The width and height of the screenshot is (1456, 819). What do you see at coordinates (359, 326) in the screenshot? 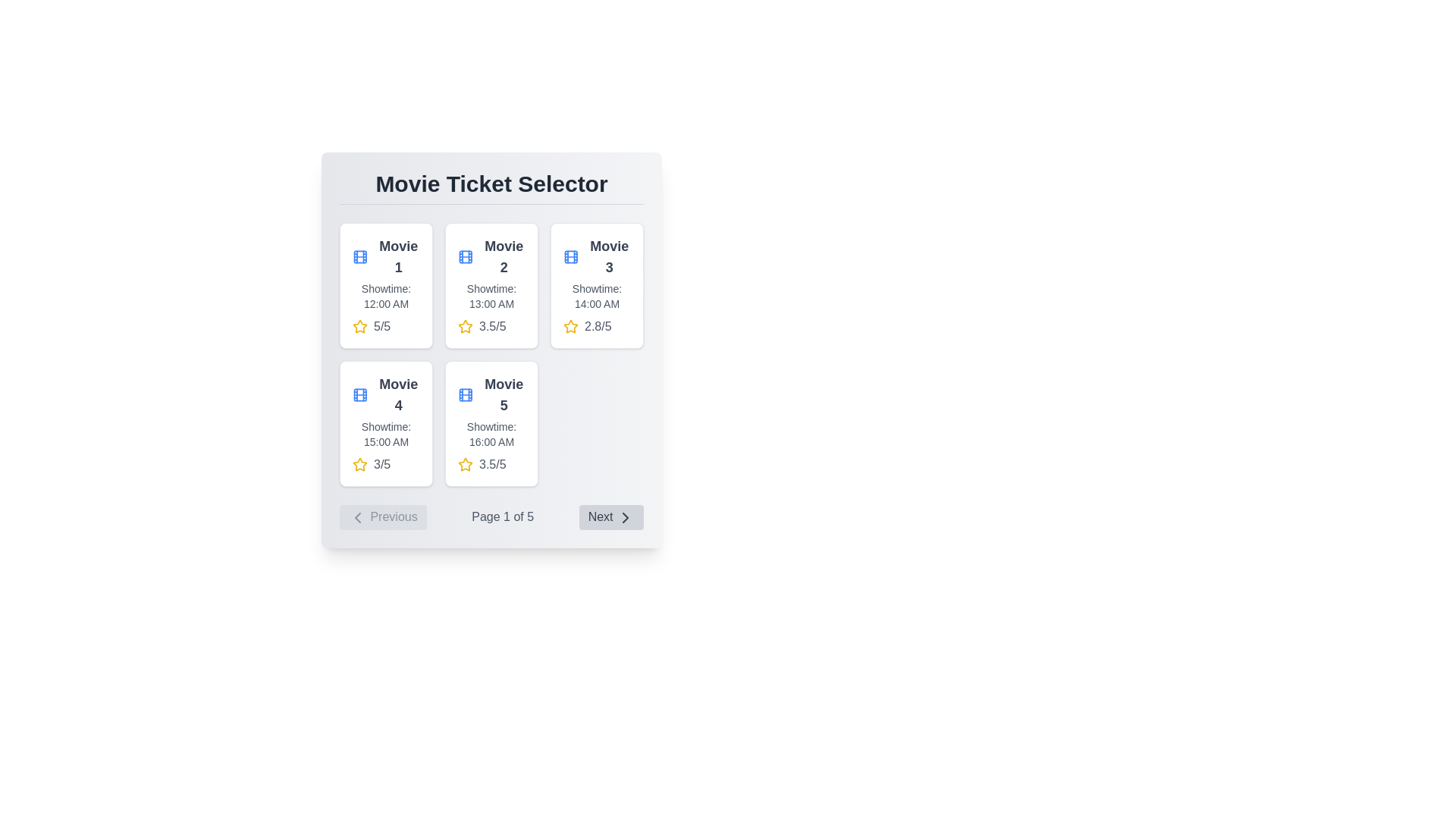
I see `the yellow star icon representing the rating, located in the first movie card next to the '5/5' rating text` at bounding box center [359, 326].